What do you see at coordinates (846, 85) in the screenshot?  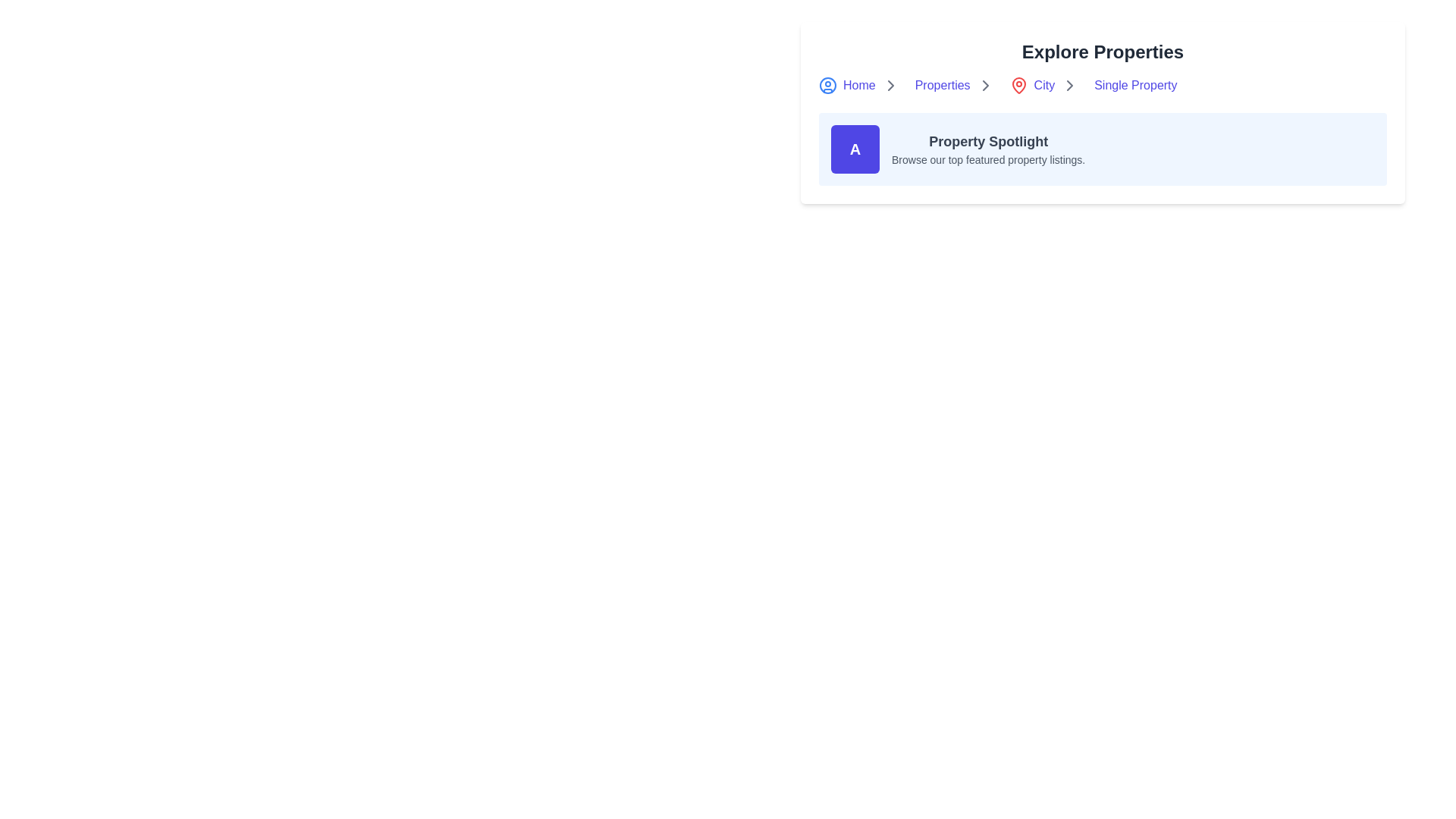 I see `the 'Home' hyperlink element in the breadcrumb navigation` at bounding box center [846, 85].